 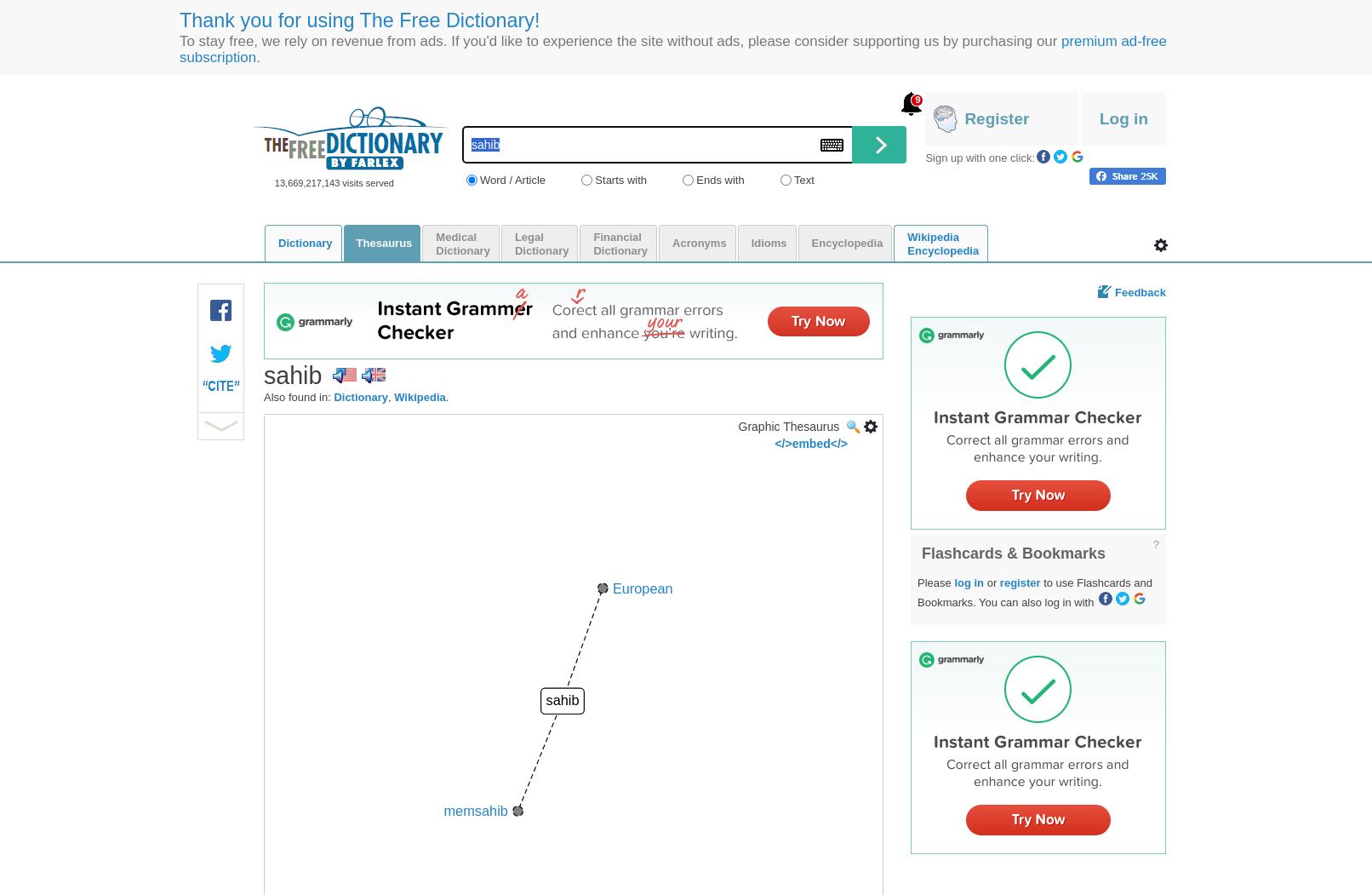 What do you see at coordinates (390, 395) in the screenshot?
I see `','` at bounding box center [390, 395].